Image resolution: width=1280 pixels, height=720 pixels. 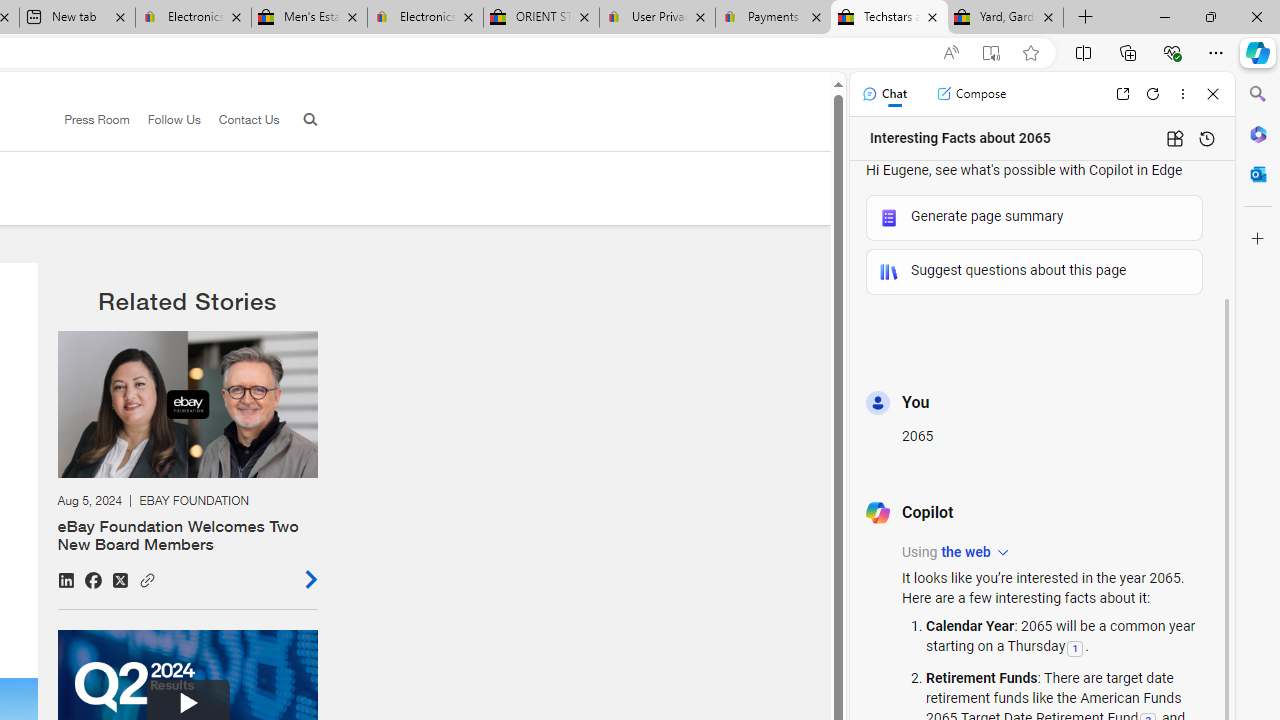 I want to click on 'User Privacy Notice | eBay', so click(x=657, y=17).